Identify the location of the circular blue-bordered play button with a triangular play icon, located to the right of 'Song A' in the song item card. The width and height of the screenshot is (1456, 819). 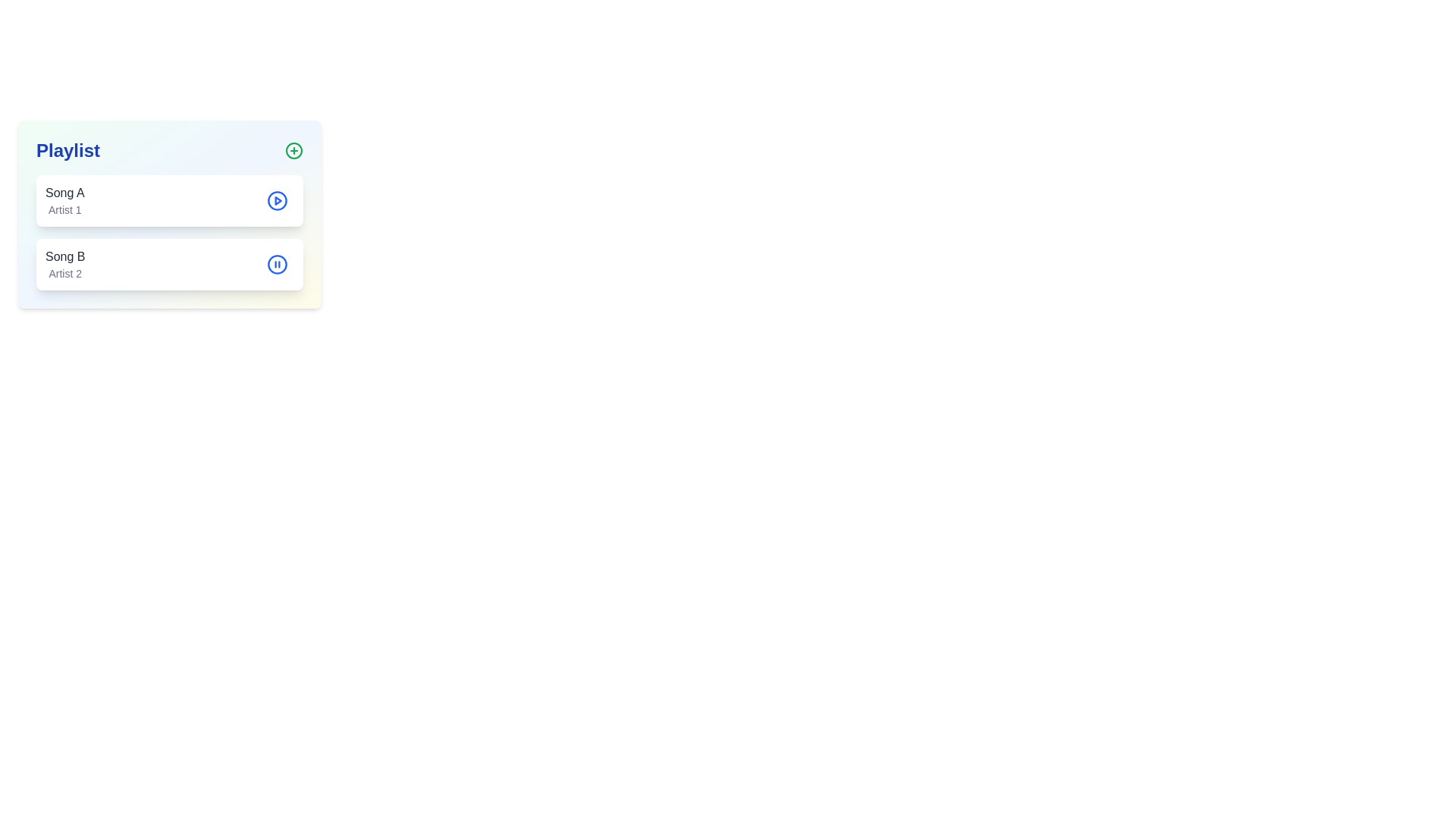
(277, 200).